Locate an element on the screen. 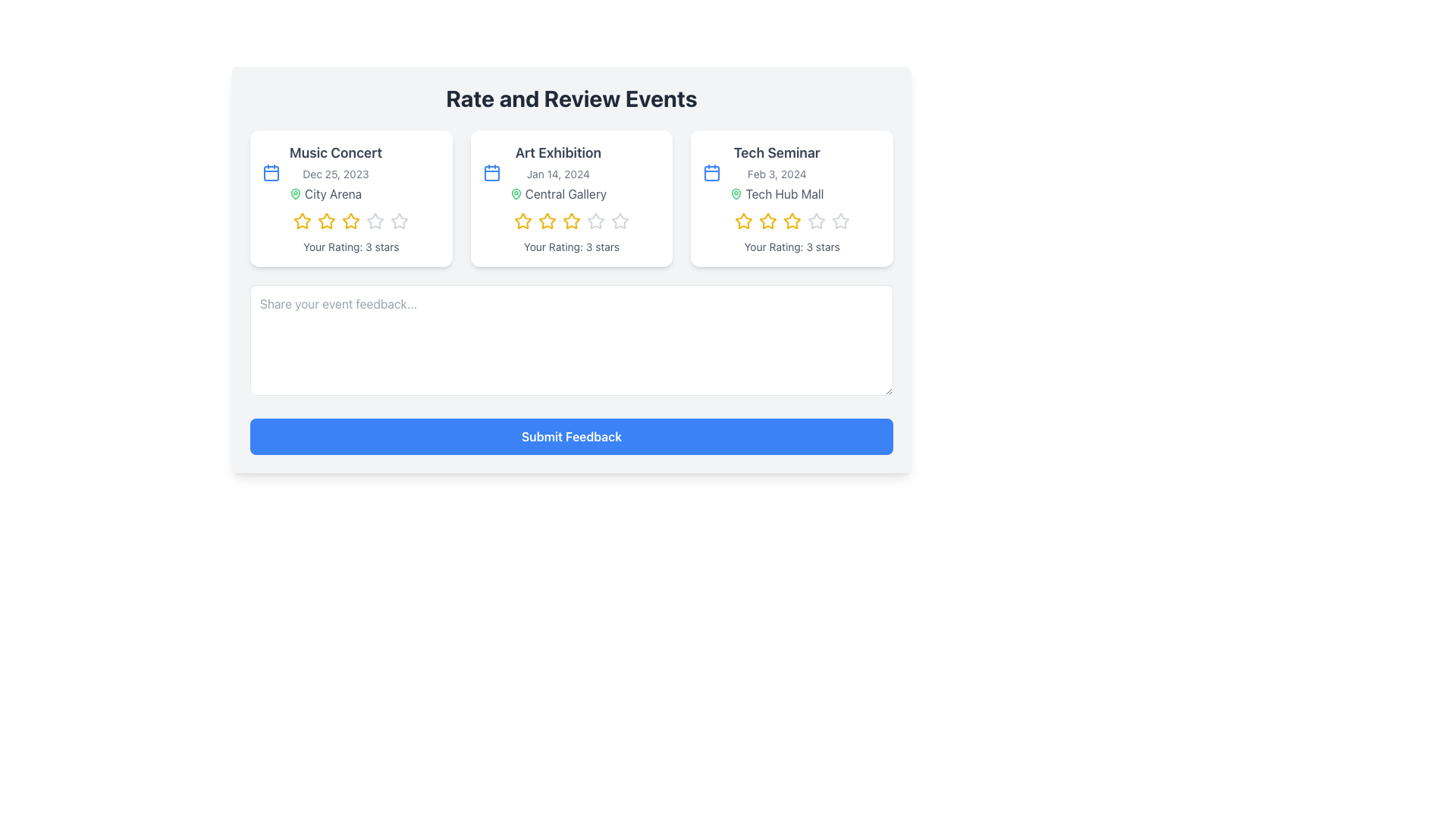 The image size is (1456, 819). the text label that serves as the title for the 'Music Concert' event, positioned at the top of the event card is located at coordinates (334, 152).